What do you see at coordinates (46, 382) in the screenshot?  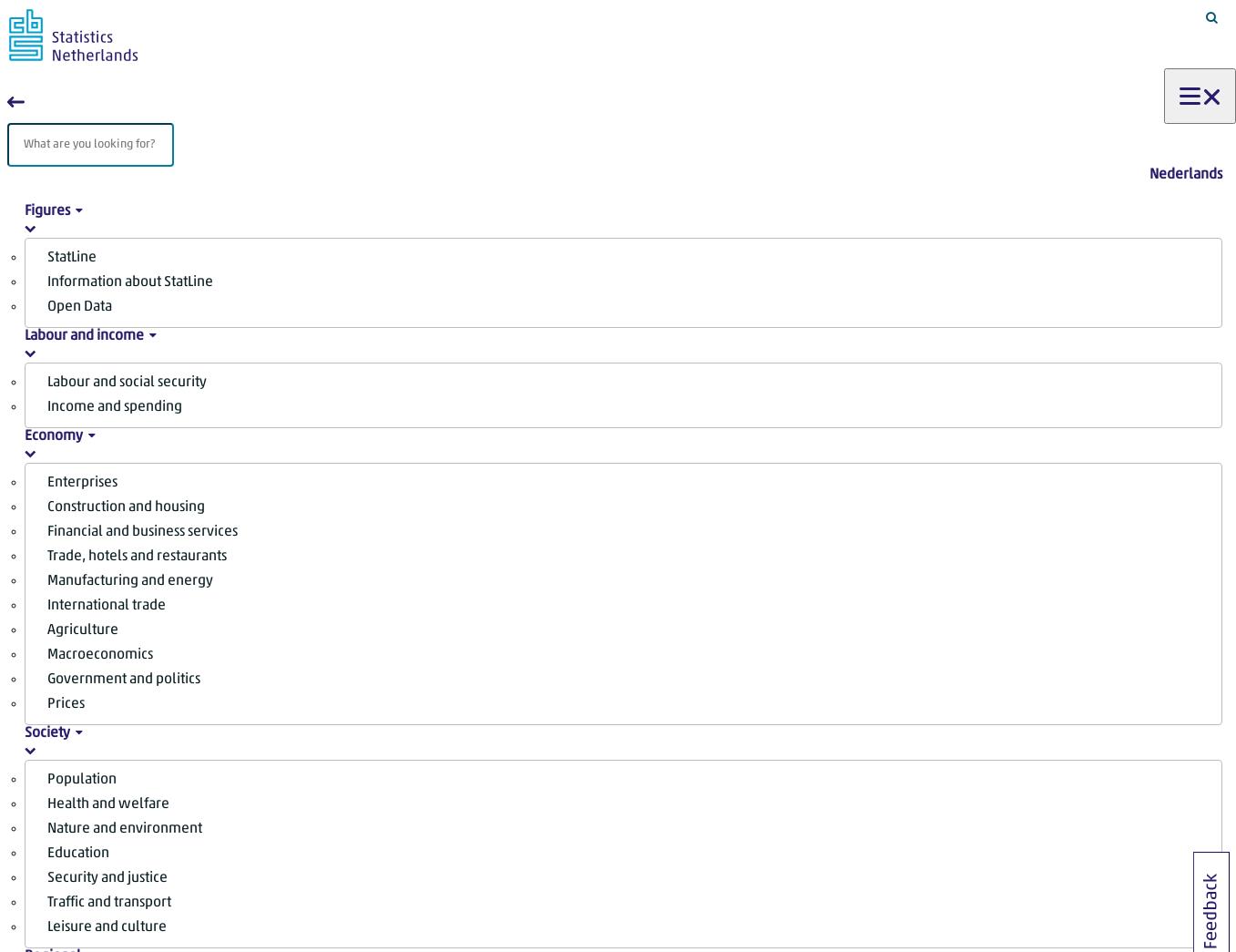 I see `'Labour and social security'` at bounding box center [46, 382].